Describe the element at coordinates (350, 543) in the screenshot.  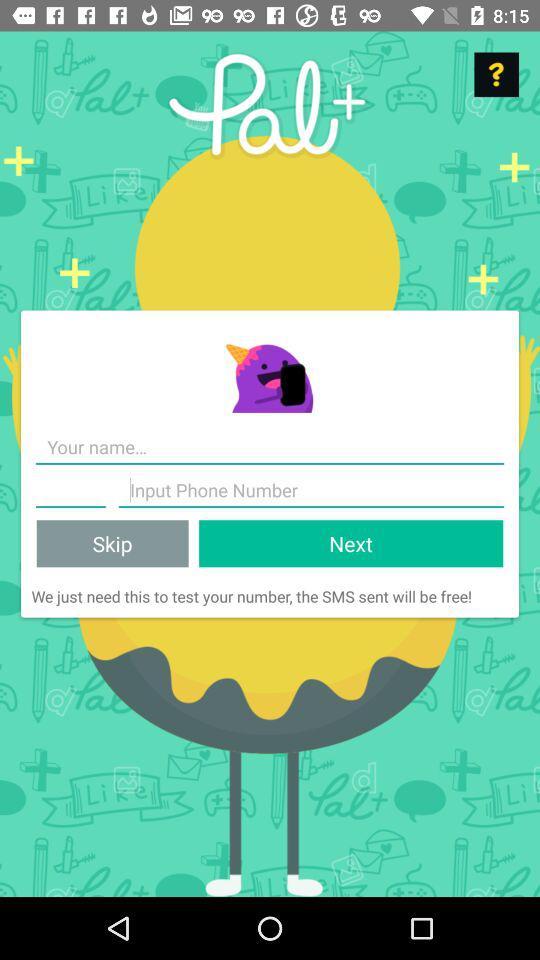
I see `the icon above we just need item` at that location.